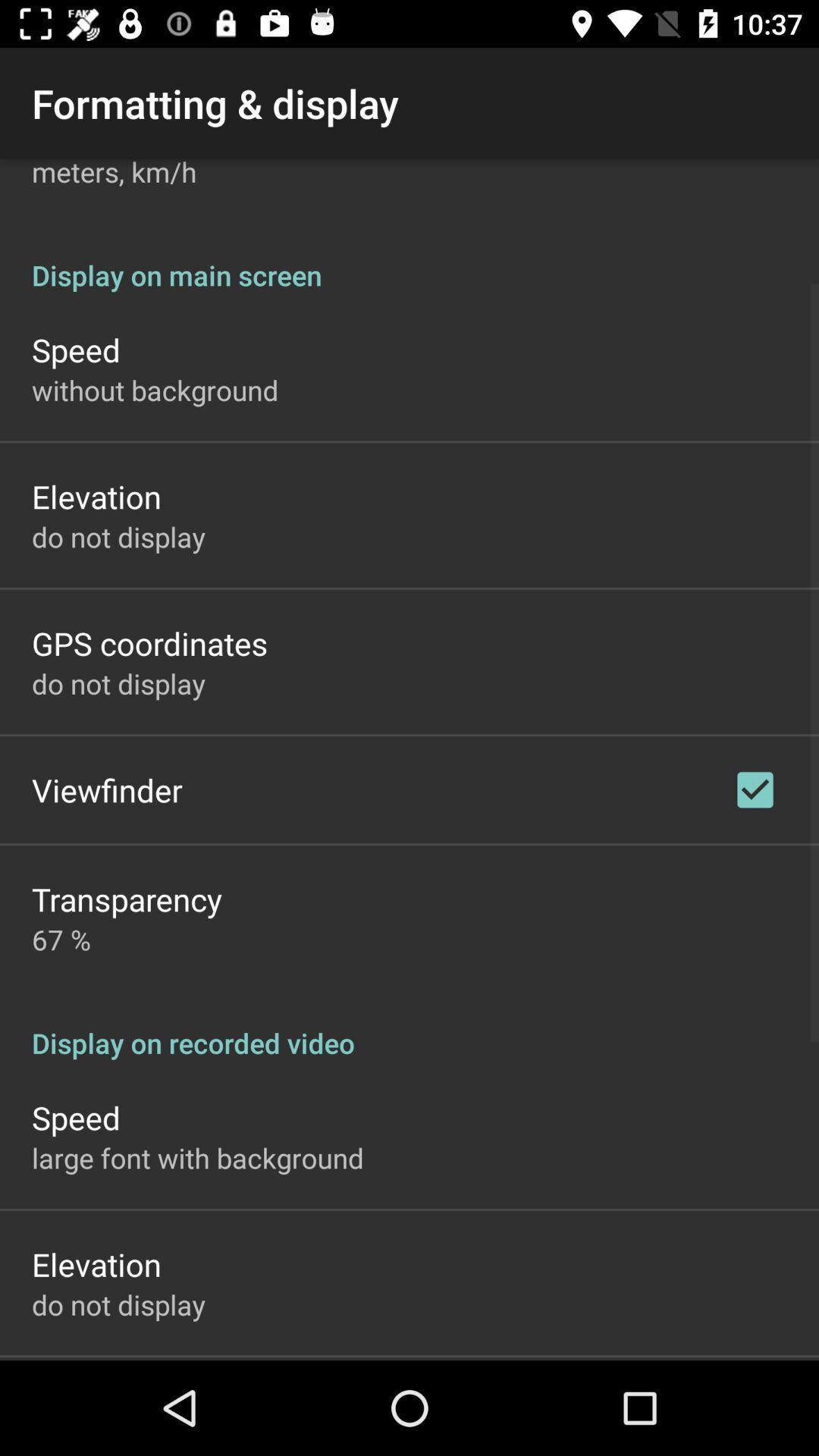 Image resolution: width=819 pixels, height=1456 pixels. I want to click on app below the display on main, so click(755, 789).